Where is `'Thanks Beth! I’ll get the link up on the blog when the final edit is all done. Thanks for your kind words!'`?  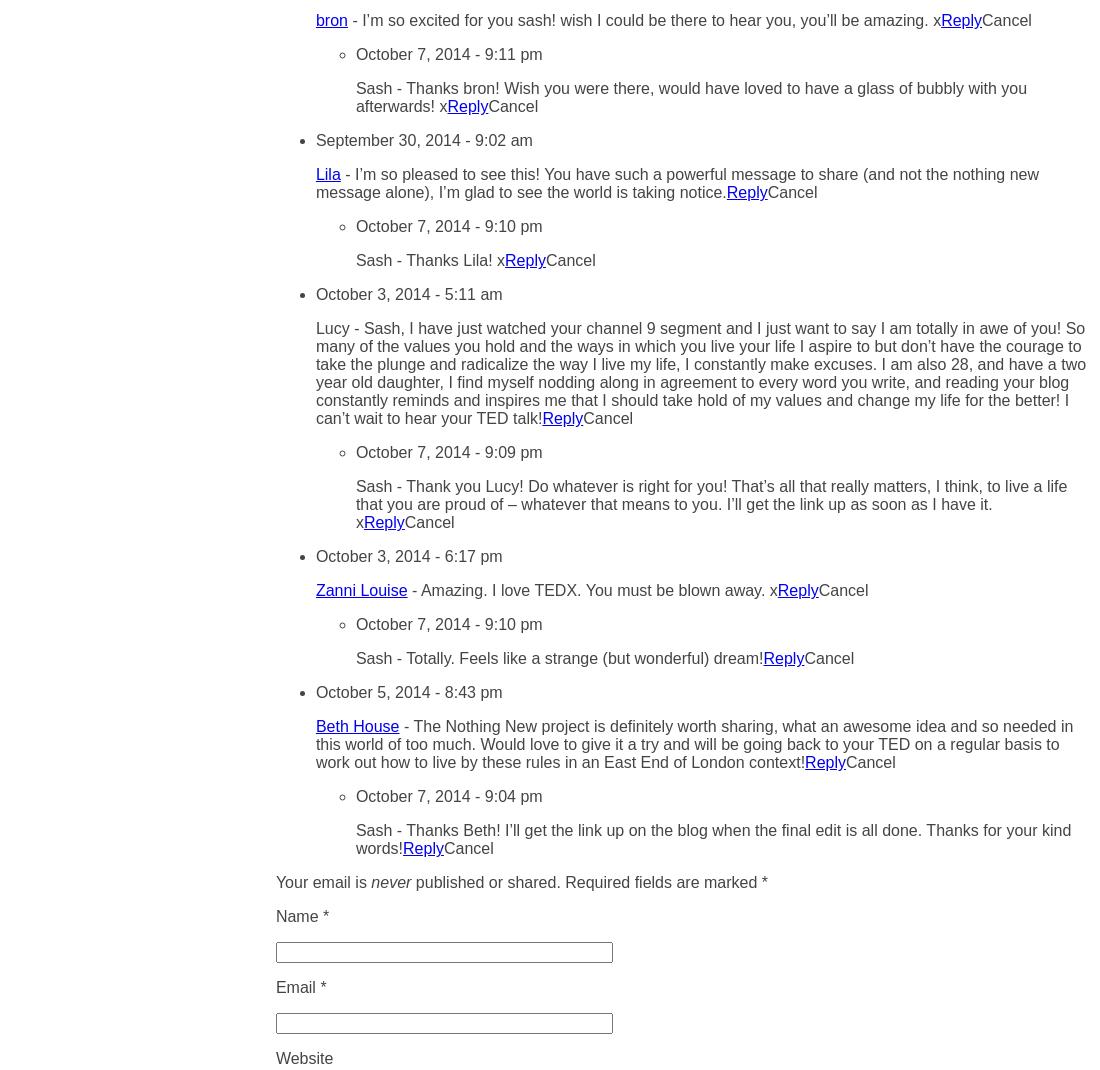
'Thanks Beth! I’ll get the link up on the blog when the final edit is all done. Thanks for your kind words!' is located at coordinates (712, 839).